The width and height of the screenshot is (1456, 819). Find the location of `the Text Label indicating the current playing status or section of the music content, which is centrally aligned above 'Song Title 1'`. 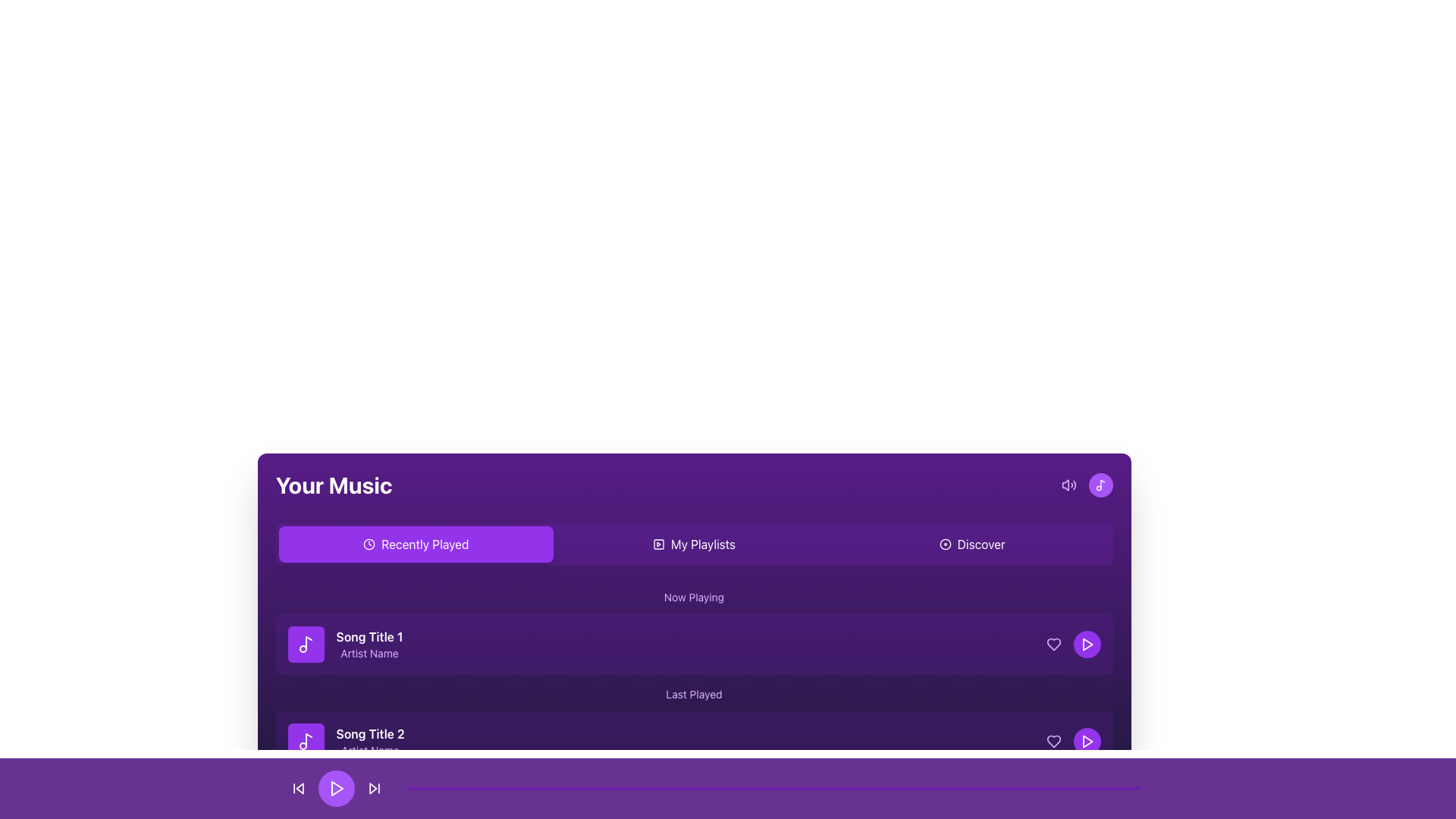

the Text Label indicating the current playing status or section of the music content, which is centrally aligned above 'Song Title 1' is located at coordinates (693, 596).